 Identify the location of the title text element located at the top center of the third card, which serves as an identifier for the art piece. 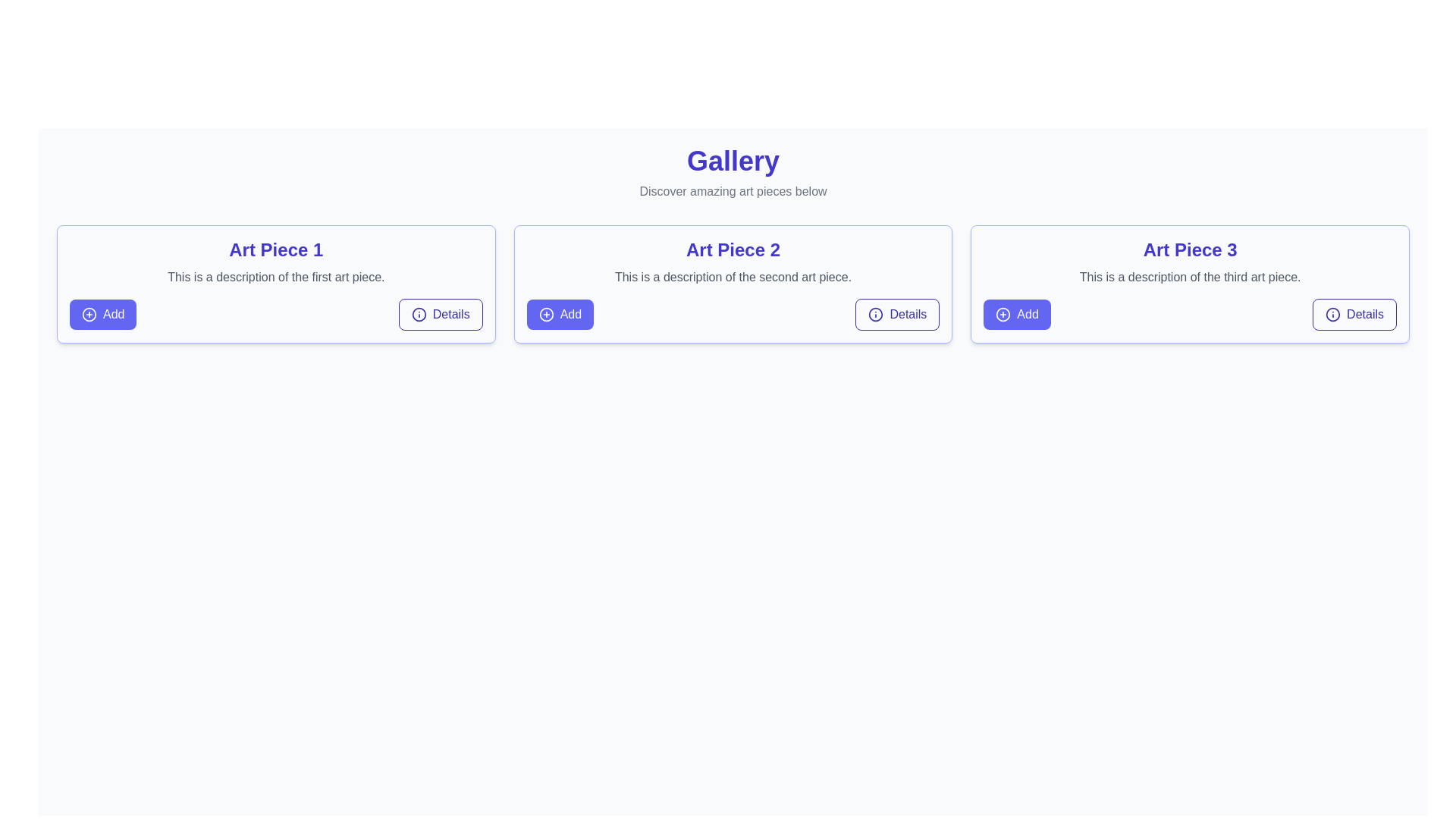
(1189, 249).